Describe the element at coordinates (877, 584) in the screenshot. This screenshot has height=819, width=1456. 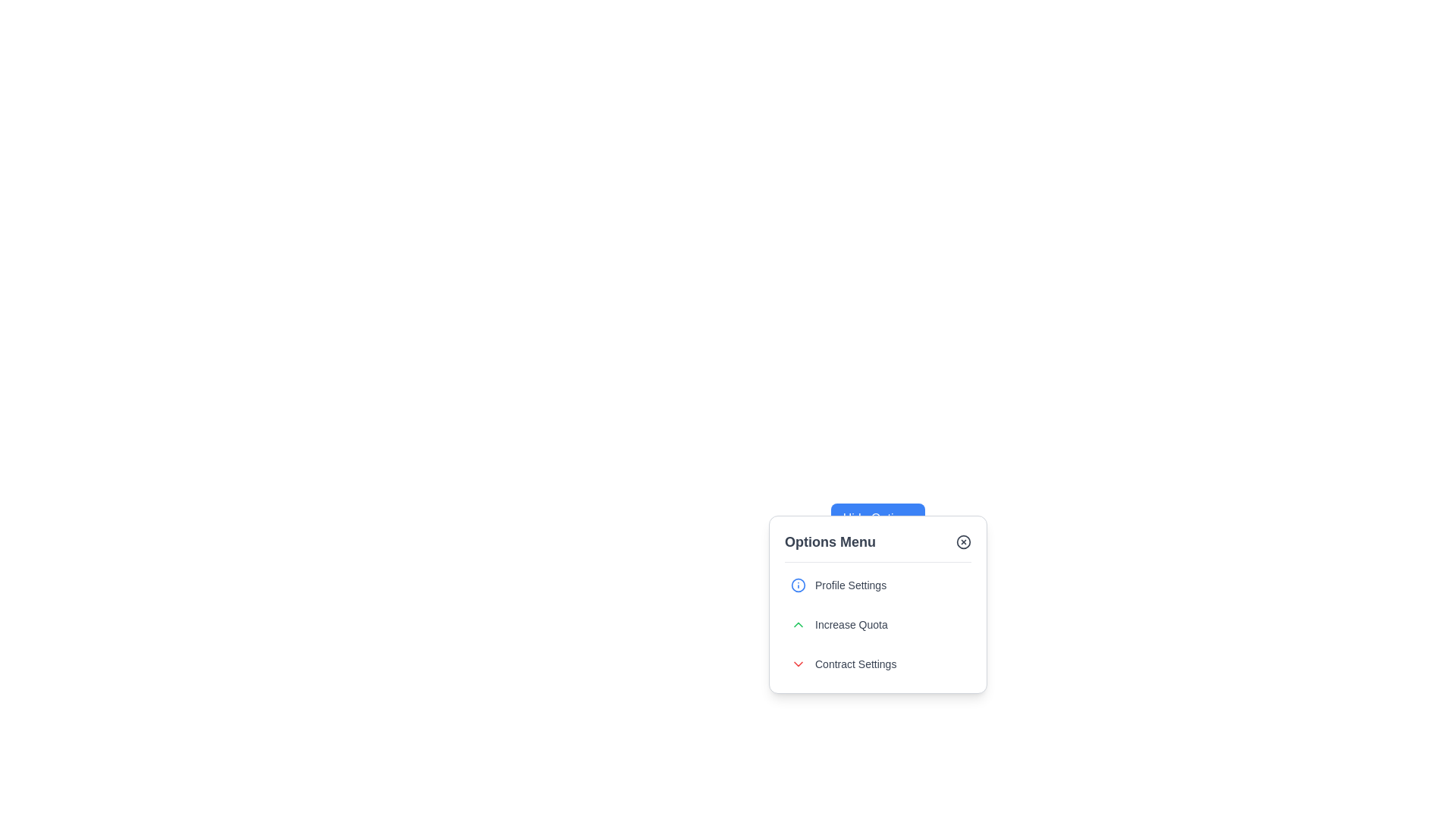
I see `the 'Profile Settings' button located in the upper section of the 'Options Menu'` at that location.